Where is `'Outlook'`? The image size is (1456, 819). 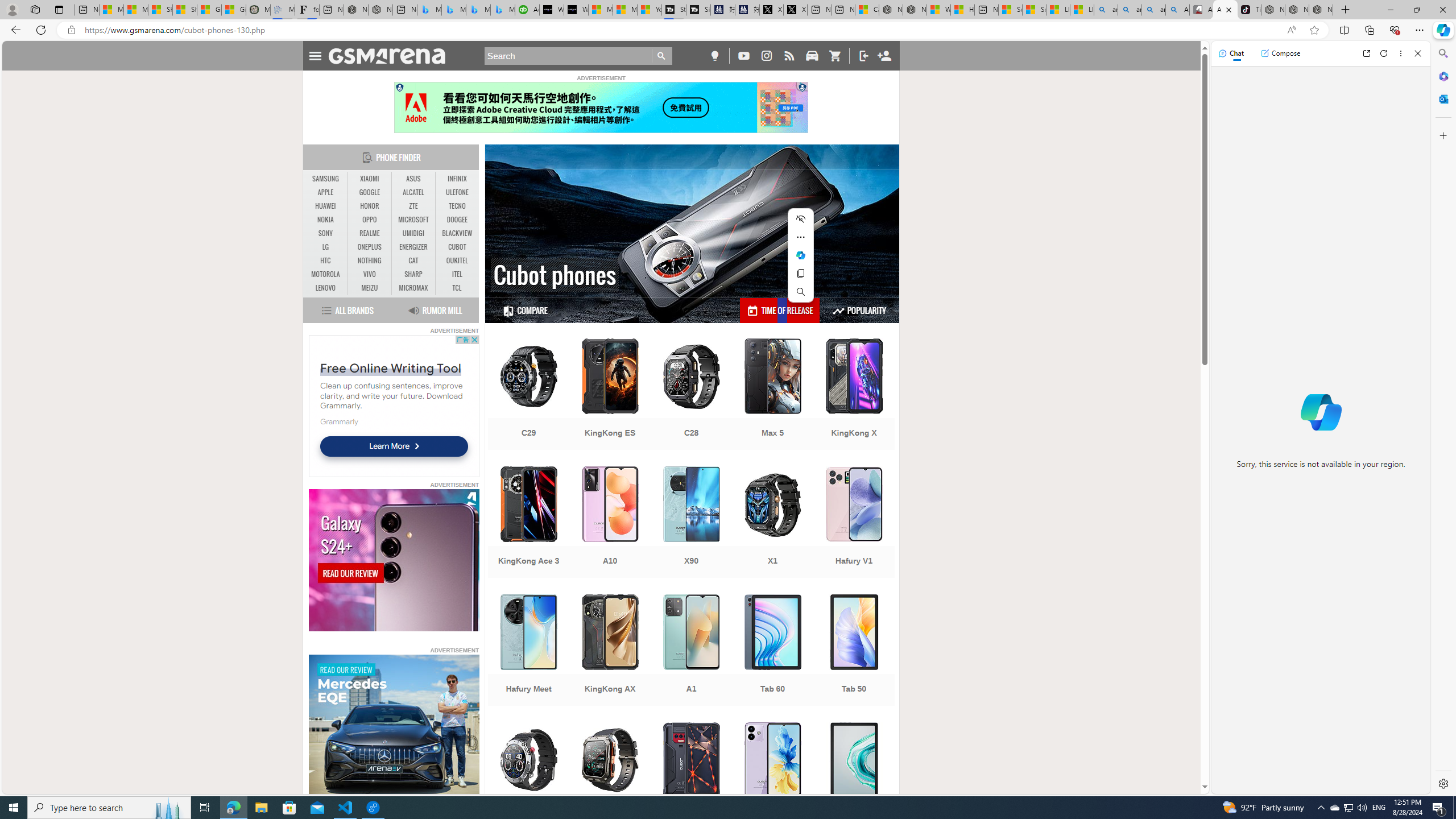
'Outlook' is located at coordinates (1442, 98).